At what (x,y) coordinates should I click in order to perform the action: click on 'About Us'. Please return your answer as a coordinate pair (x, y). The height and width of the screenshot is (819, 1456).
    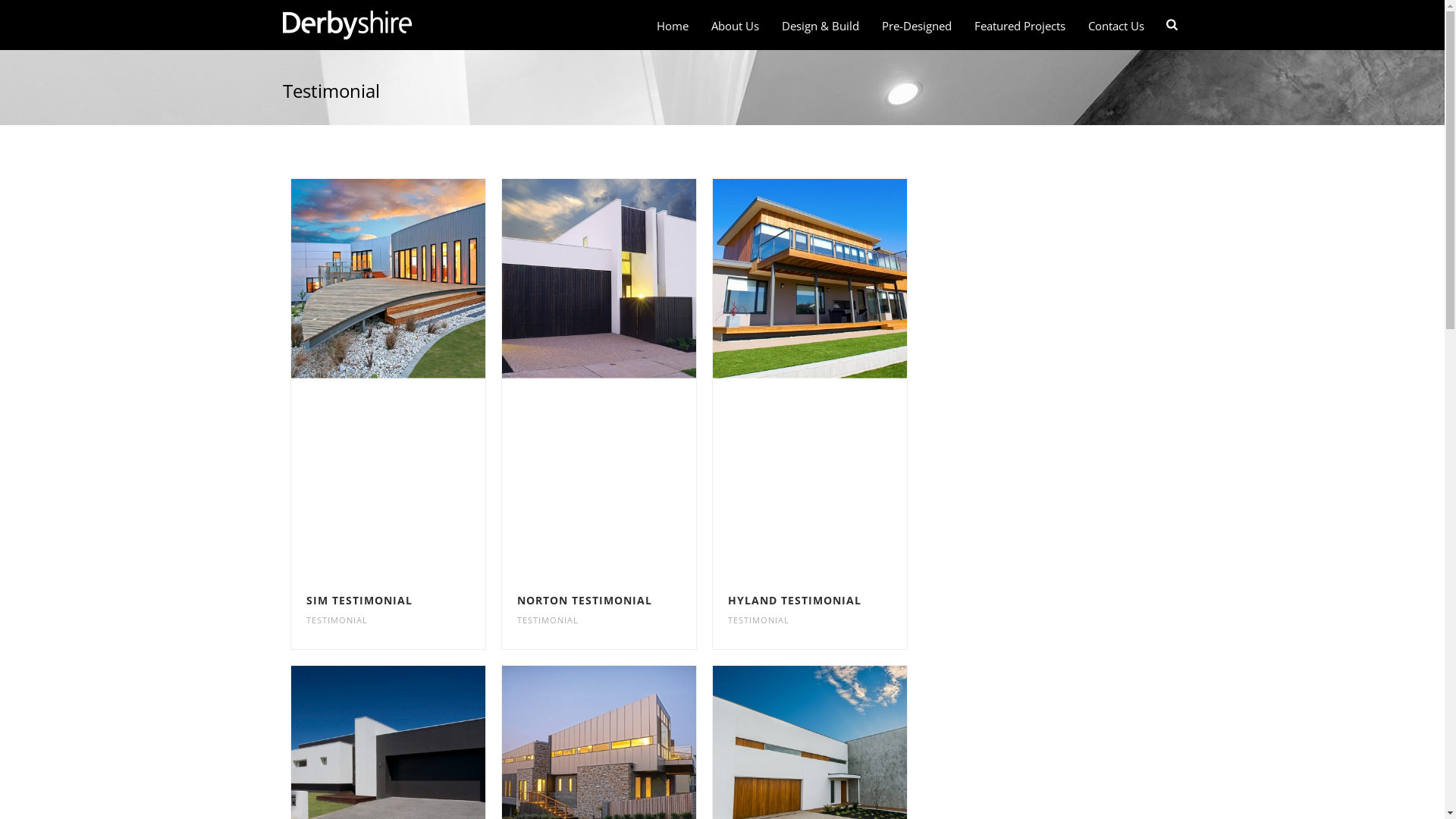
    Looking at the image, I should click on (735, 26).